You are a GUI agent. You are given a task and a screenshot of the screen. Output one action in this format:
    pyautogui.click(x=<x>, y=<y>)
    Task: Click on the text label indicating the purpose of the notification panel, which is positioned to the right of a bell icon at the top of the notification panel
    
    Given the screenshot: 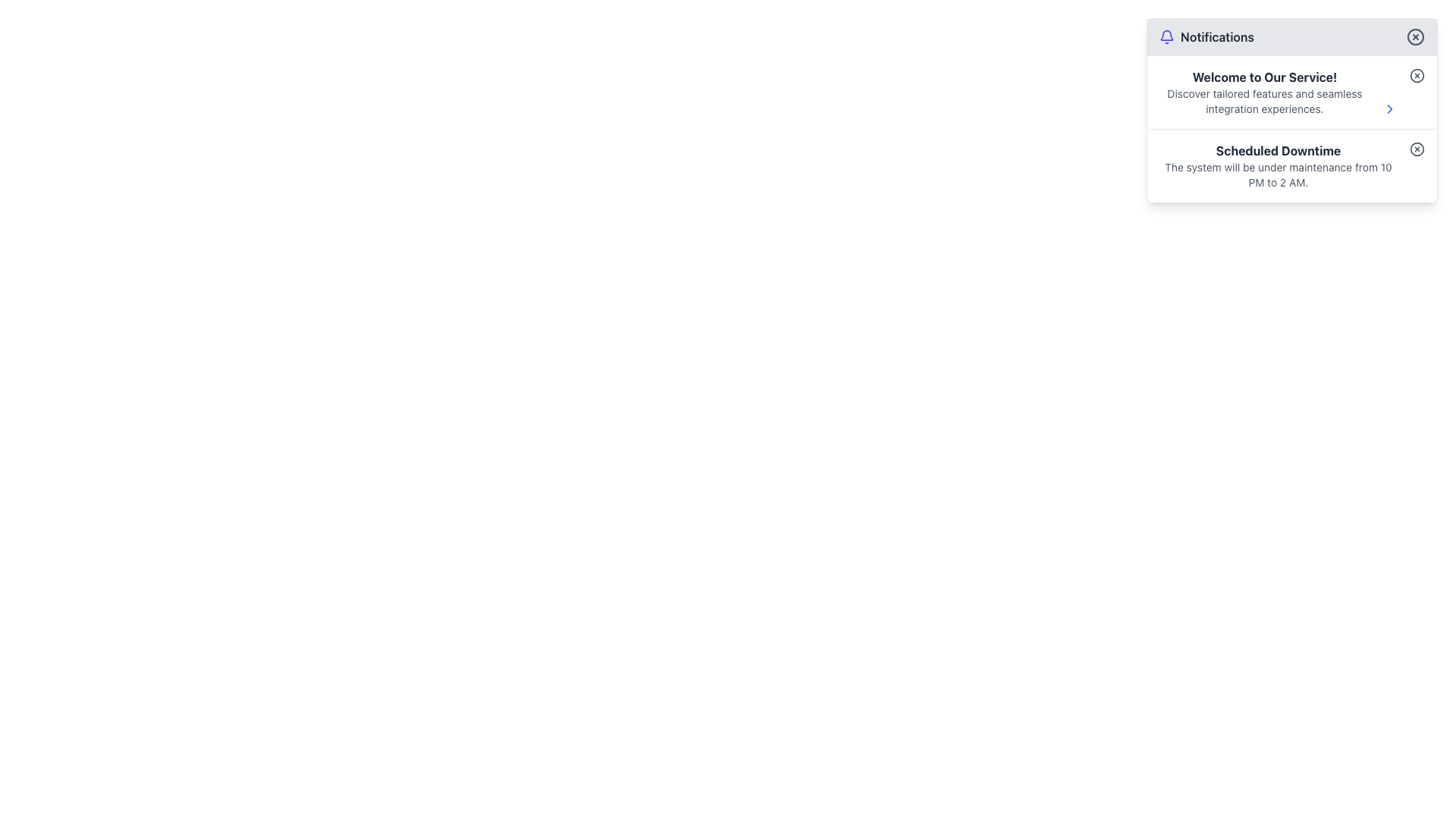 What is the action you would take?
    pyautogui.click(x=1217, y=36)
    